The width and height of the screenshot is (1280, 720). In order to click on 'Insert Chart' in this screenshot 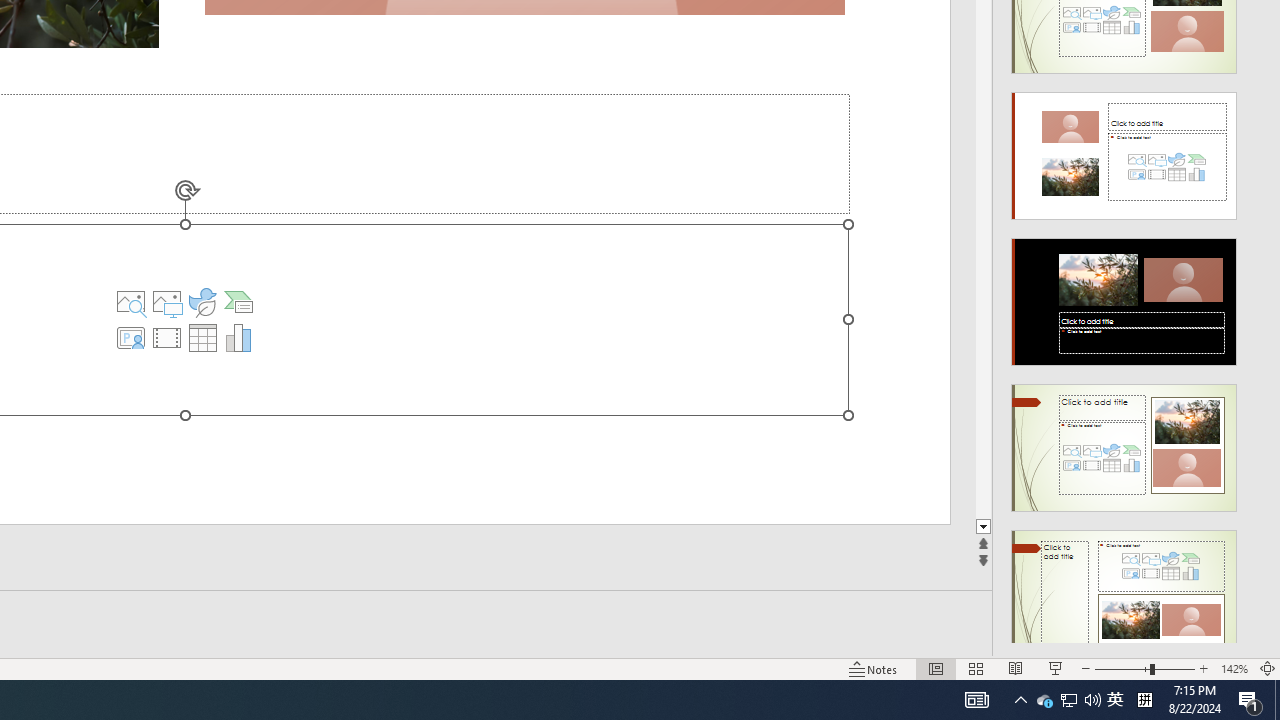, I will do `click(202, 337)`.